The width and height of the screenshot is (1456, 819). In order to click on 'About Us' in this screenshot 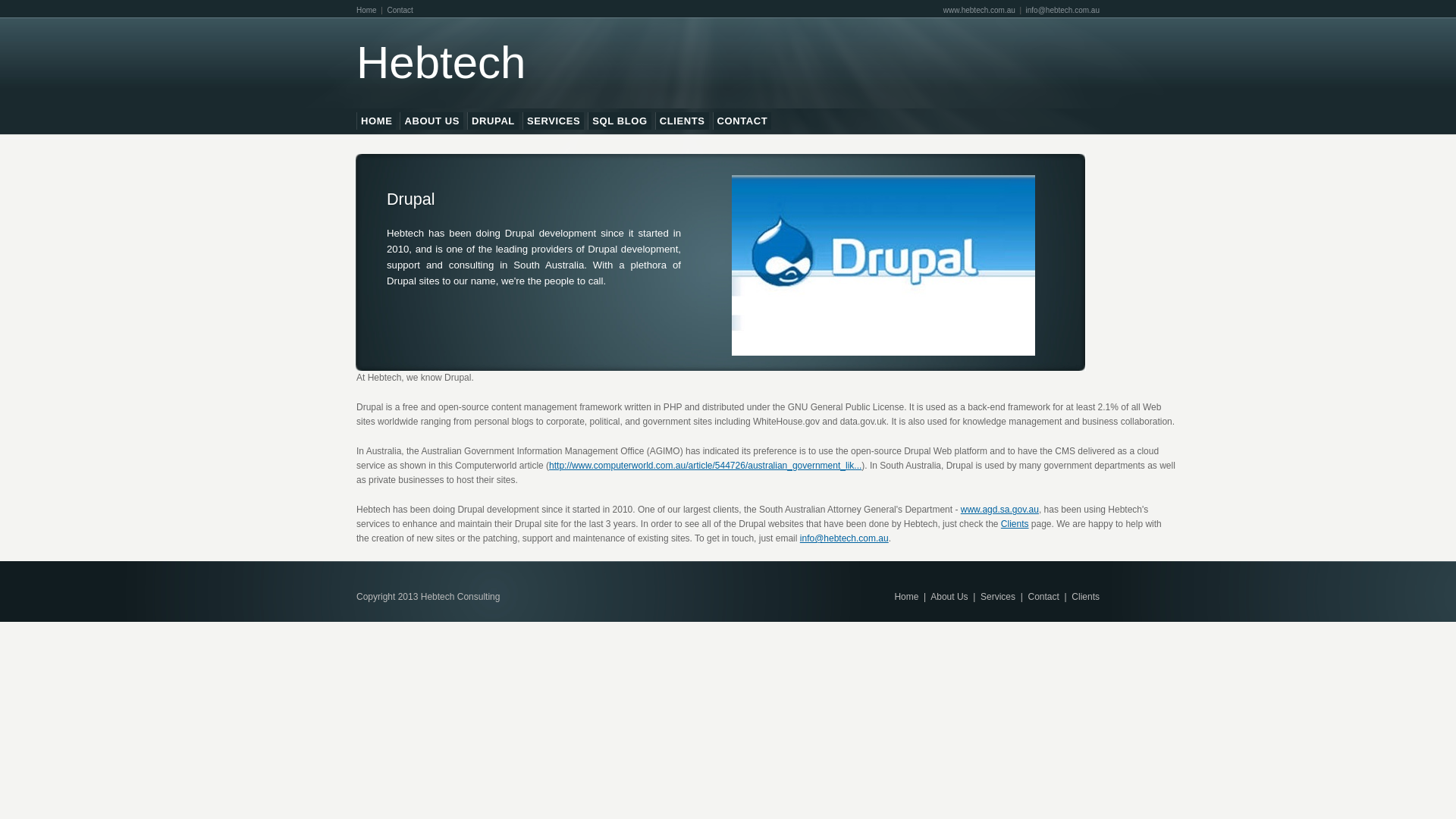, I will do `click(948, 595)`.